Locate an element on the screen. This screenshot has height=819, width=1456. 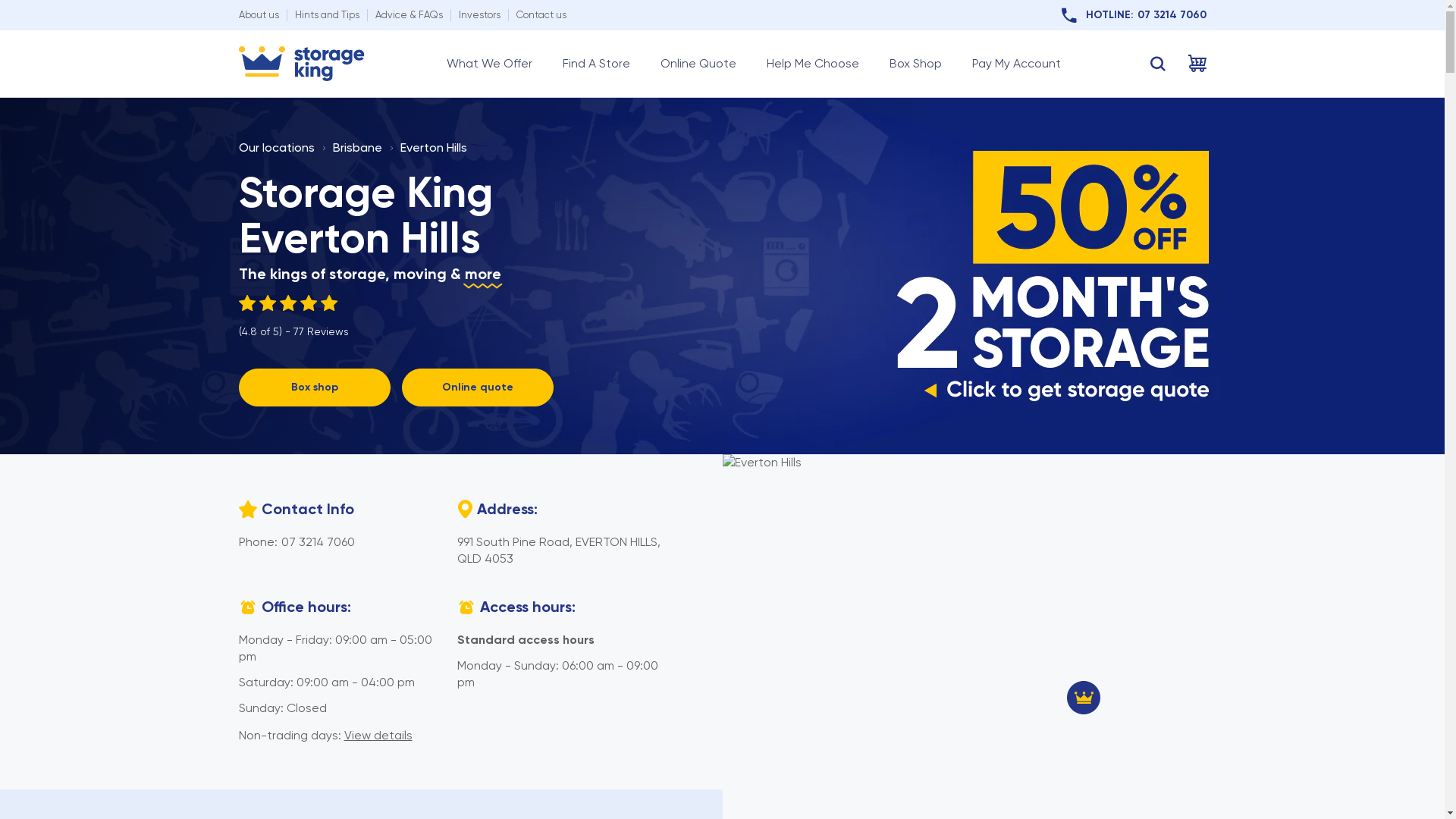
'Box Shop' is located at coordinates (888, 63).